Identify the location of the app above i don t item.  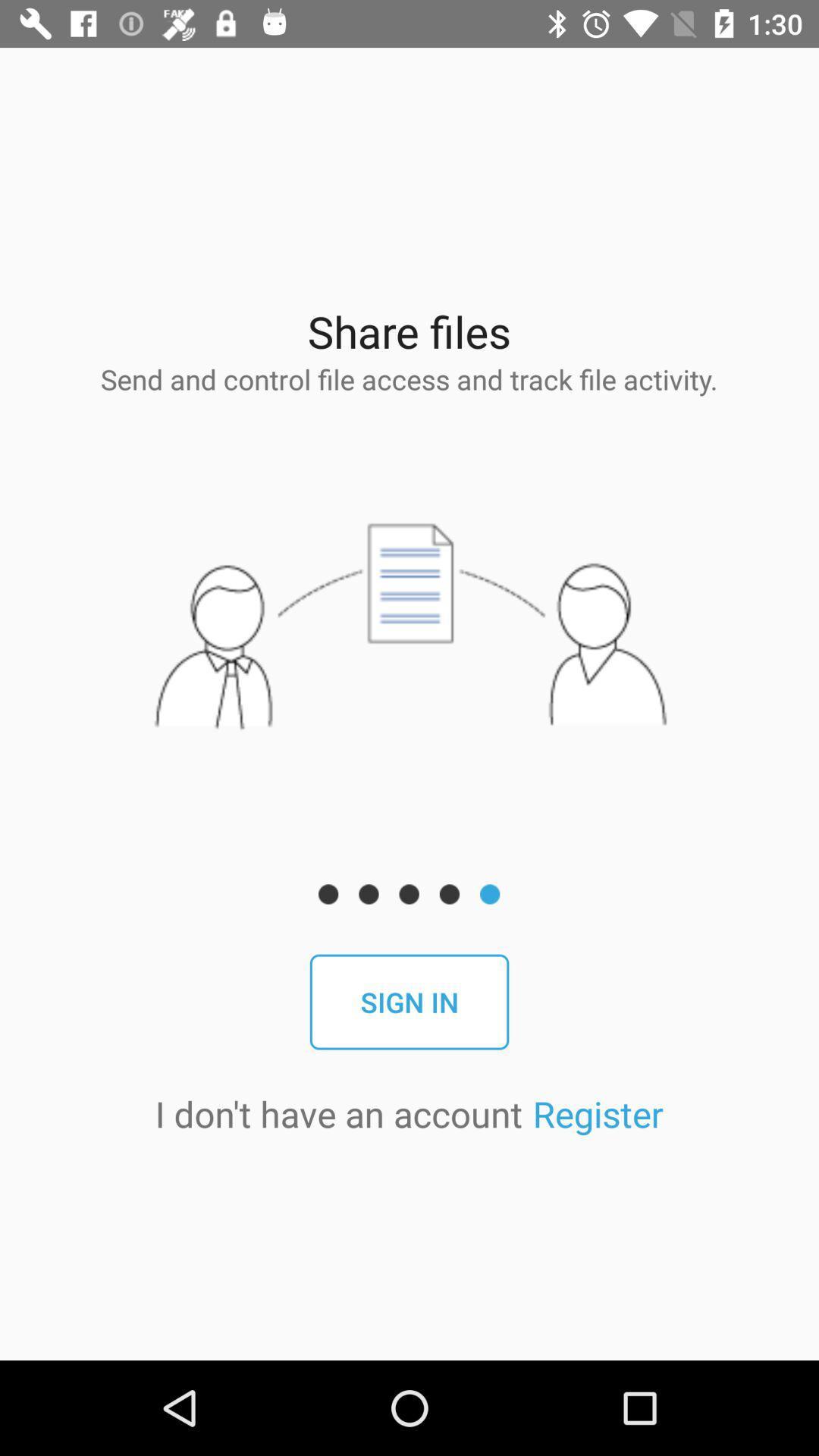
(409, 1002).